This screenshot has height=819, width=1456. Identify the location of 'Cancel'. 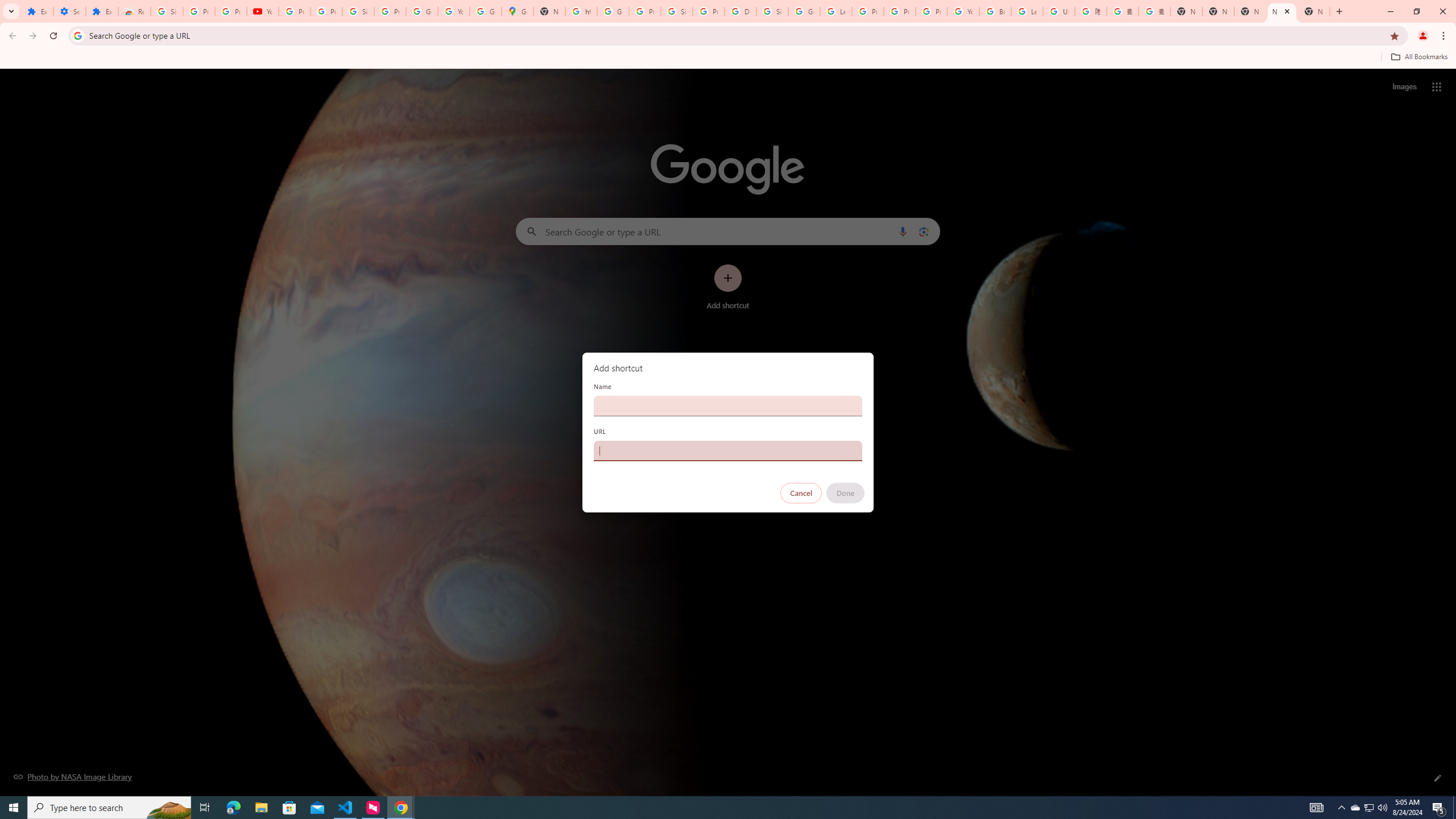
(801, 493).